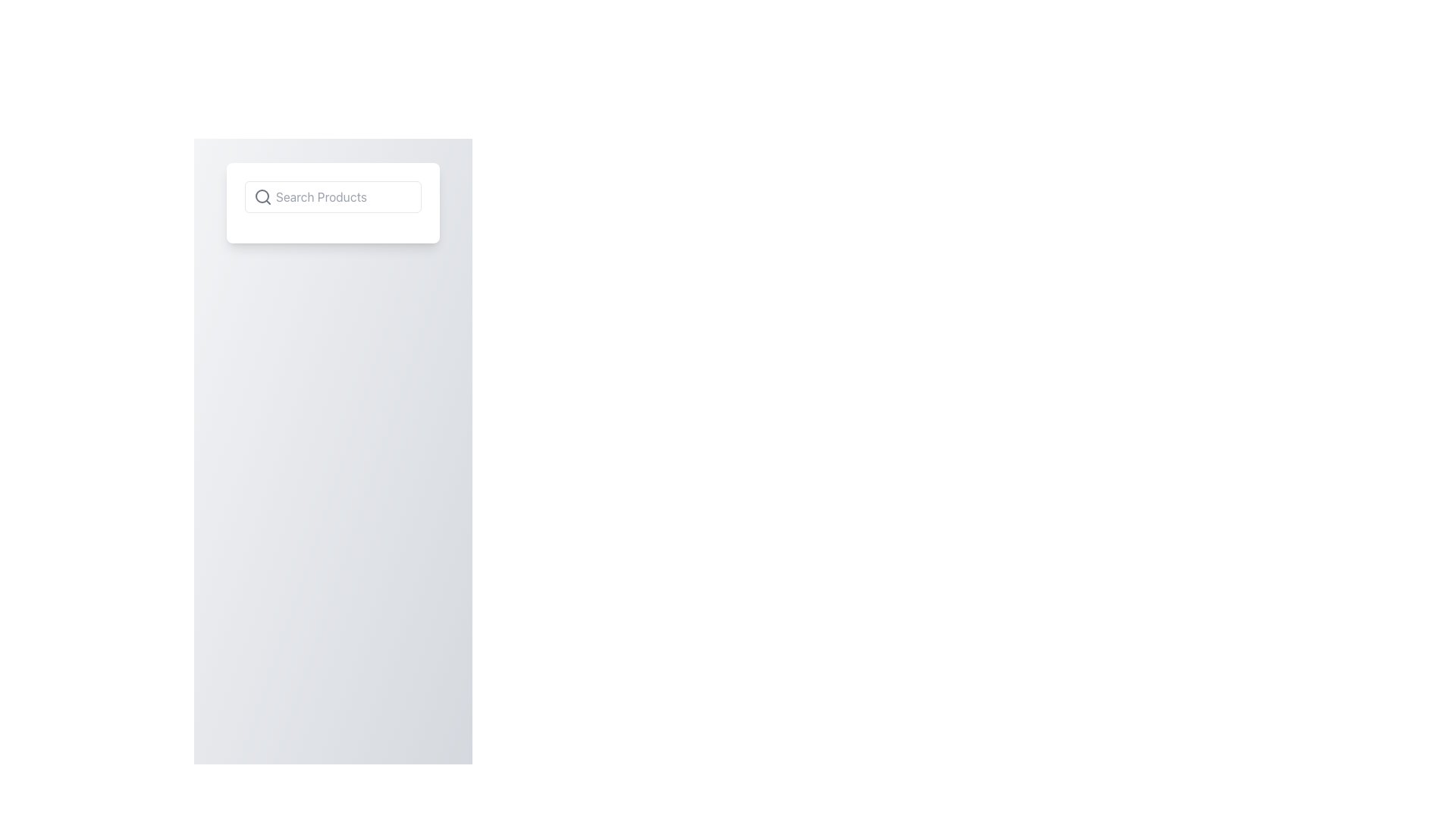 Image resolution: width=1456 pixels, height=819 pixels. Describe the element at coordinates (332, 196) in the screenshot. I see `the text input field` at that location.